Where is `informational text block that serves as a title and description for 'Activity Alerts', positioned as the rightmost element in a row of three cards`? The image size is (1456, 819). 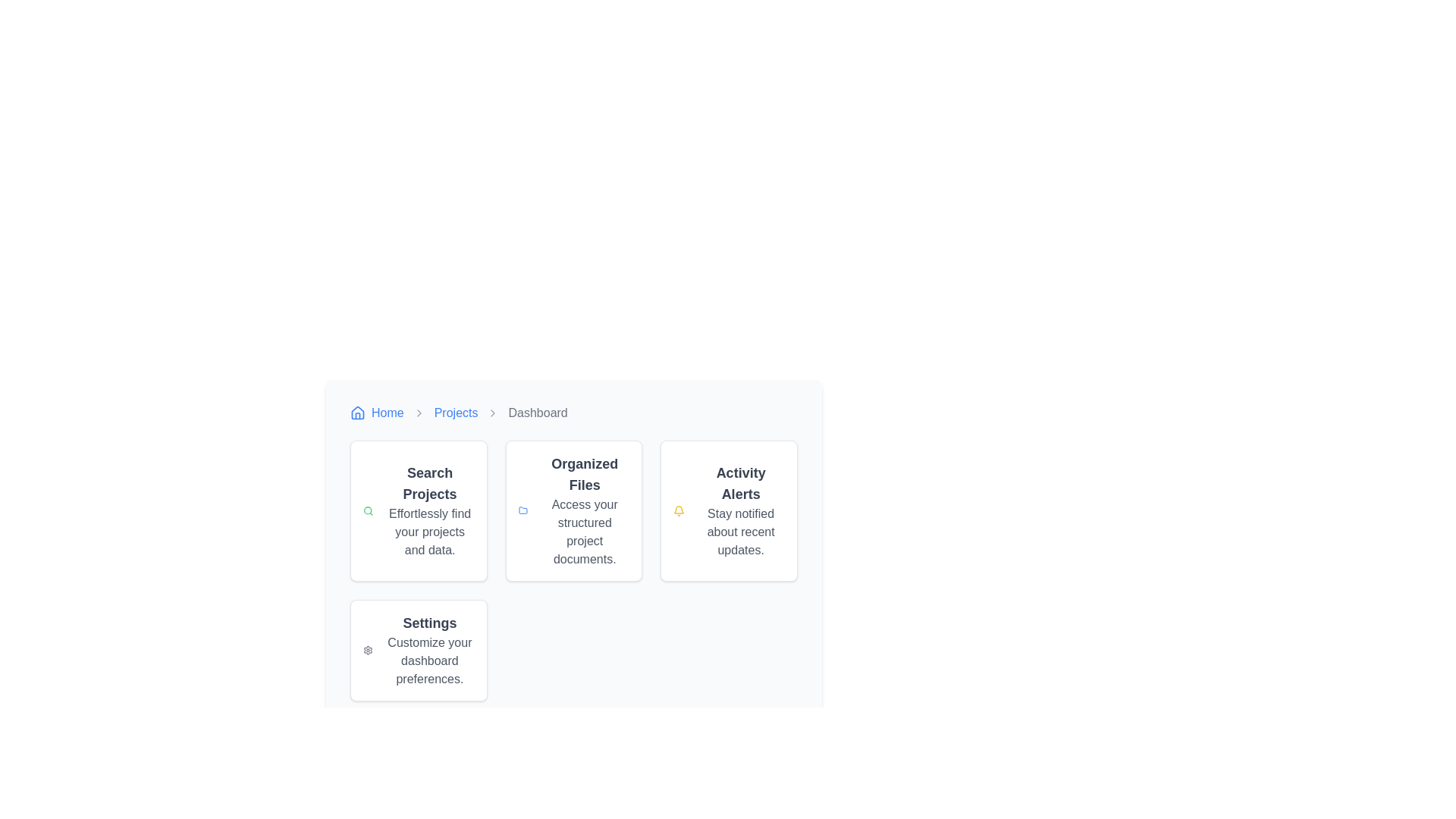 informational text block that serves as a title and description for 'Activity Alerts', positioned as the rightmost element in a row of three cards is located at coordinates (741, 511).